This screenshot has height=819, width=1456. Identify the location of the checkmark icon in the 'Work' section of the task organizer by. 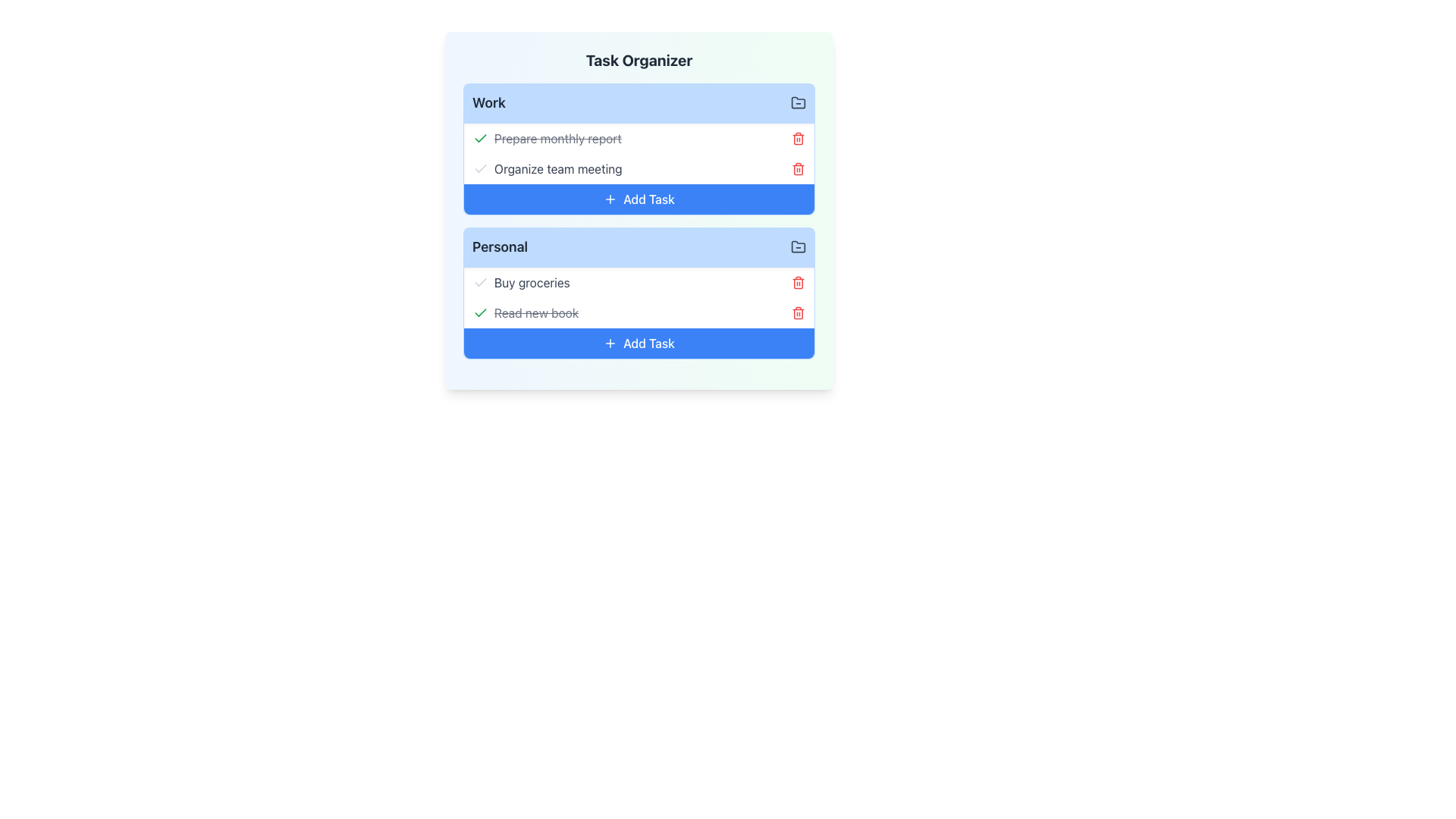
(479, 169).